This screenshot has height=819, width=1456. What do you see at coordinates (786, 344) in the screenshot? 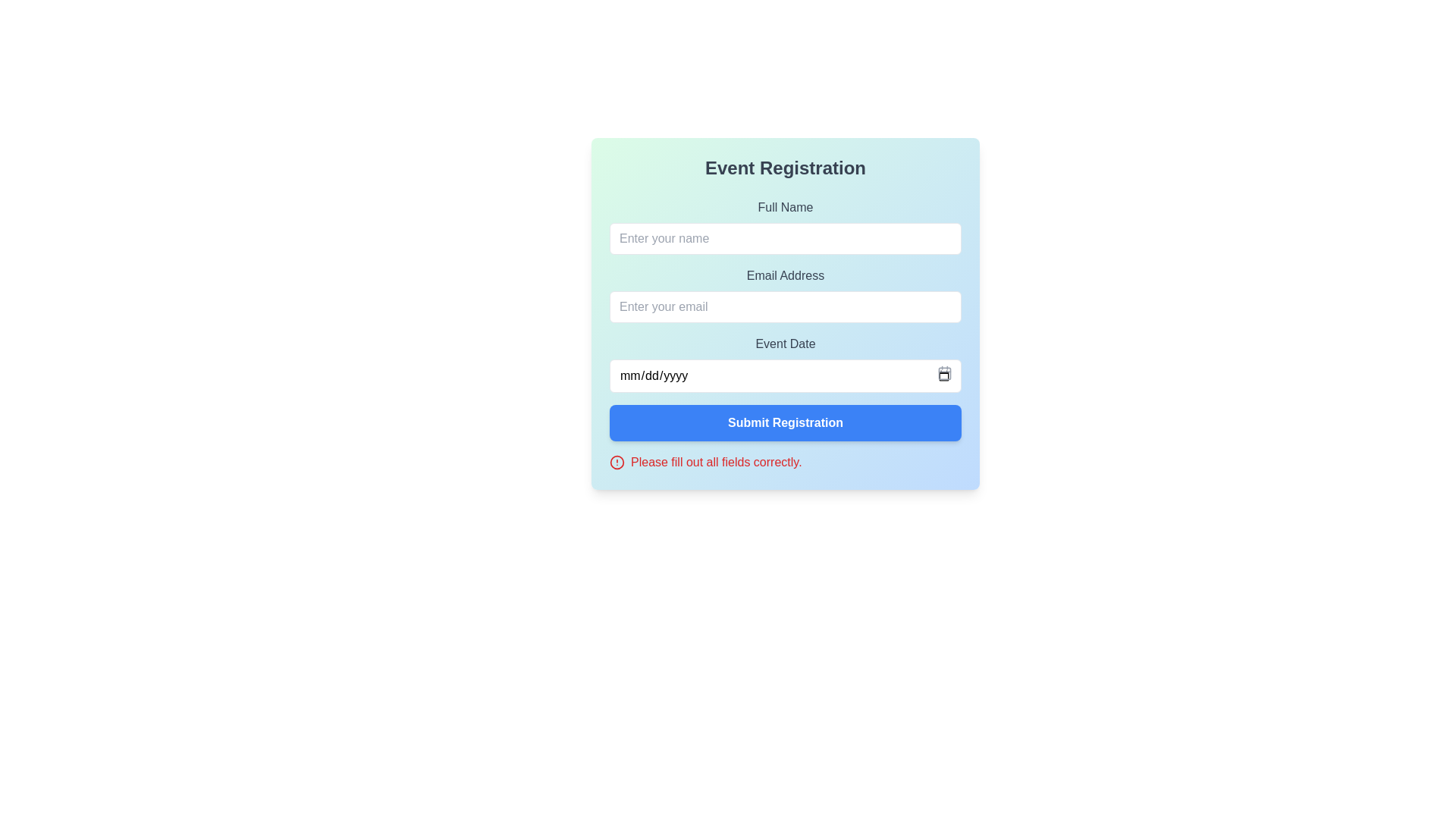
I see `the label that specifies the date input field, which is centrally positioned above the 'mm/dd/yyyy' text input field` at bounding box center [786, 344].